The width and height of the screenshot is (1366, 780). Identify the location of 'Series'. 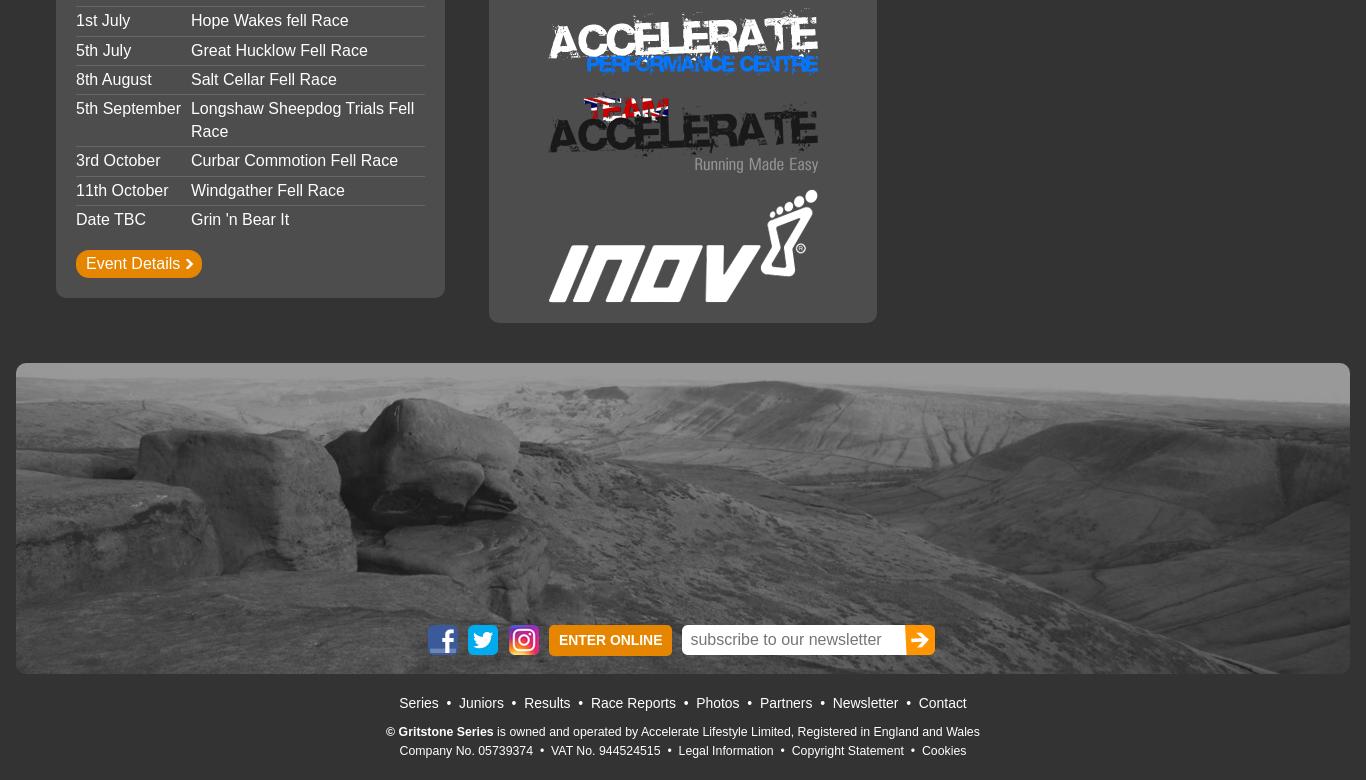
(417, 701).